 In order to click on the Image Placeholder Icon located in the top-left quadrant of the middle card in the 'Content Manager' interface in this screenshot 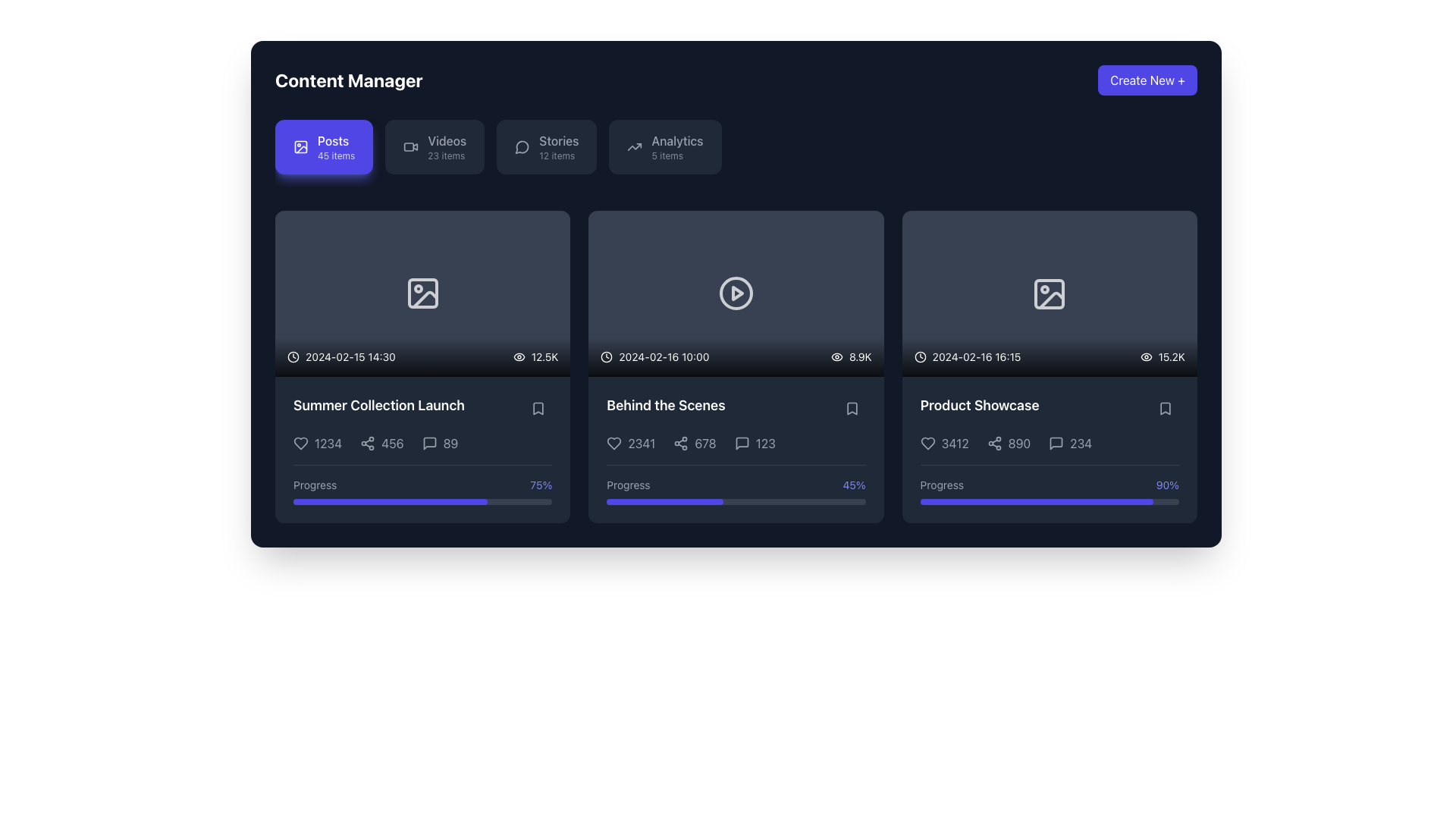, I will do `click(422, 293)`.